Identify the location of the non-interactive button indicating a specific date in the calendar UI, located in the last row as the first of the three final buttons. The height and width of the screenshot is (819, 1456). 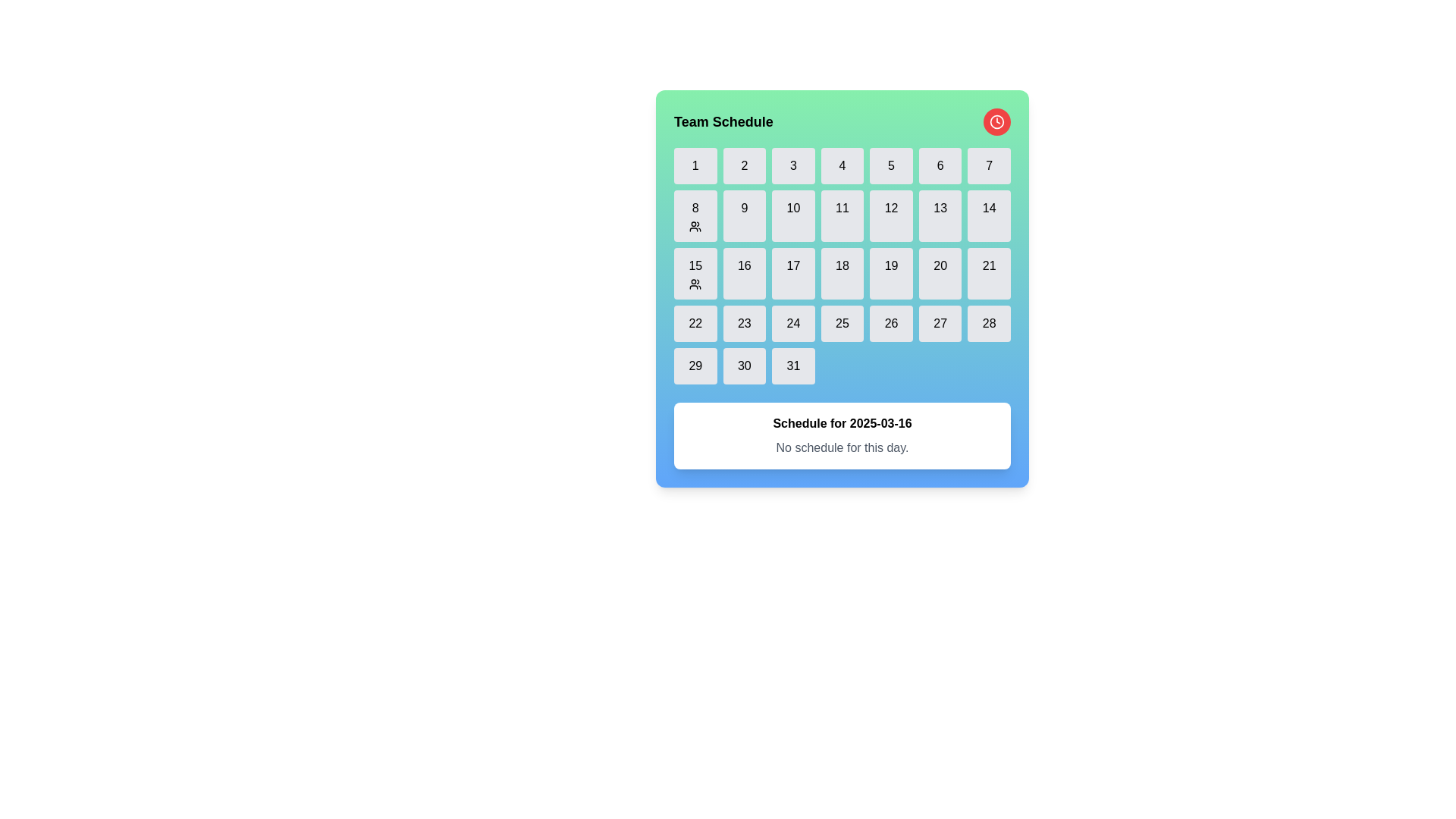
(695, 366).